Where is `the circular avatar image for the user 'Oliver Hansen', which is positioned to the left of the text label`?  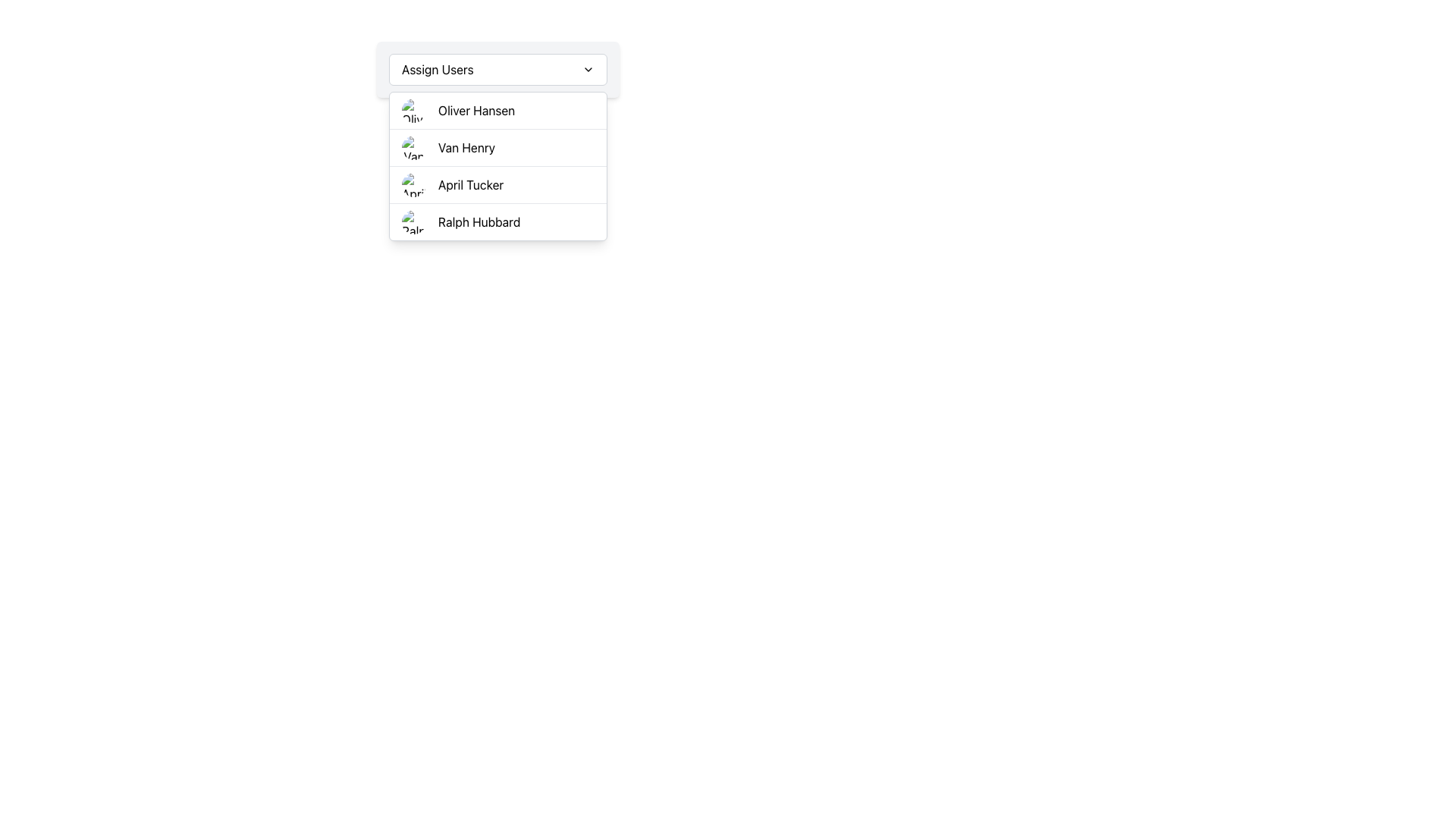 the circular avatar image for the user 'Oliver Hansen', which is positioned to the left of the text label is located at coordinates (414, 110).